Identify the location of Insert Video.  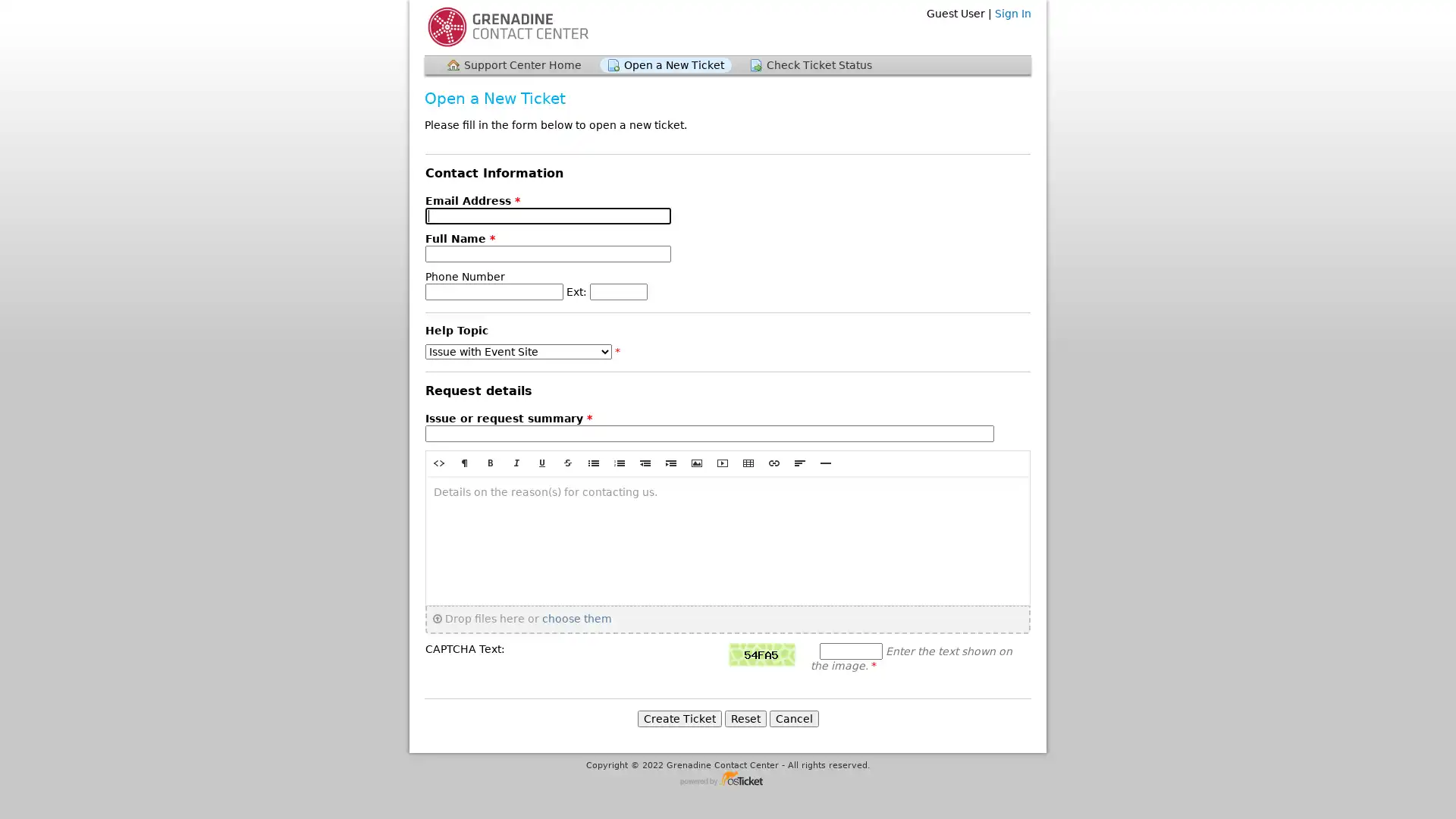
(722, 462).